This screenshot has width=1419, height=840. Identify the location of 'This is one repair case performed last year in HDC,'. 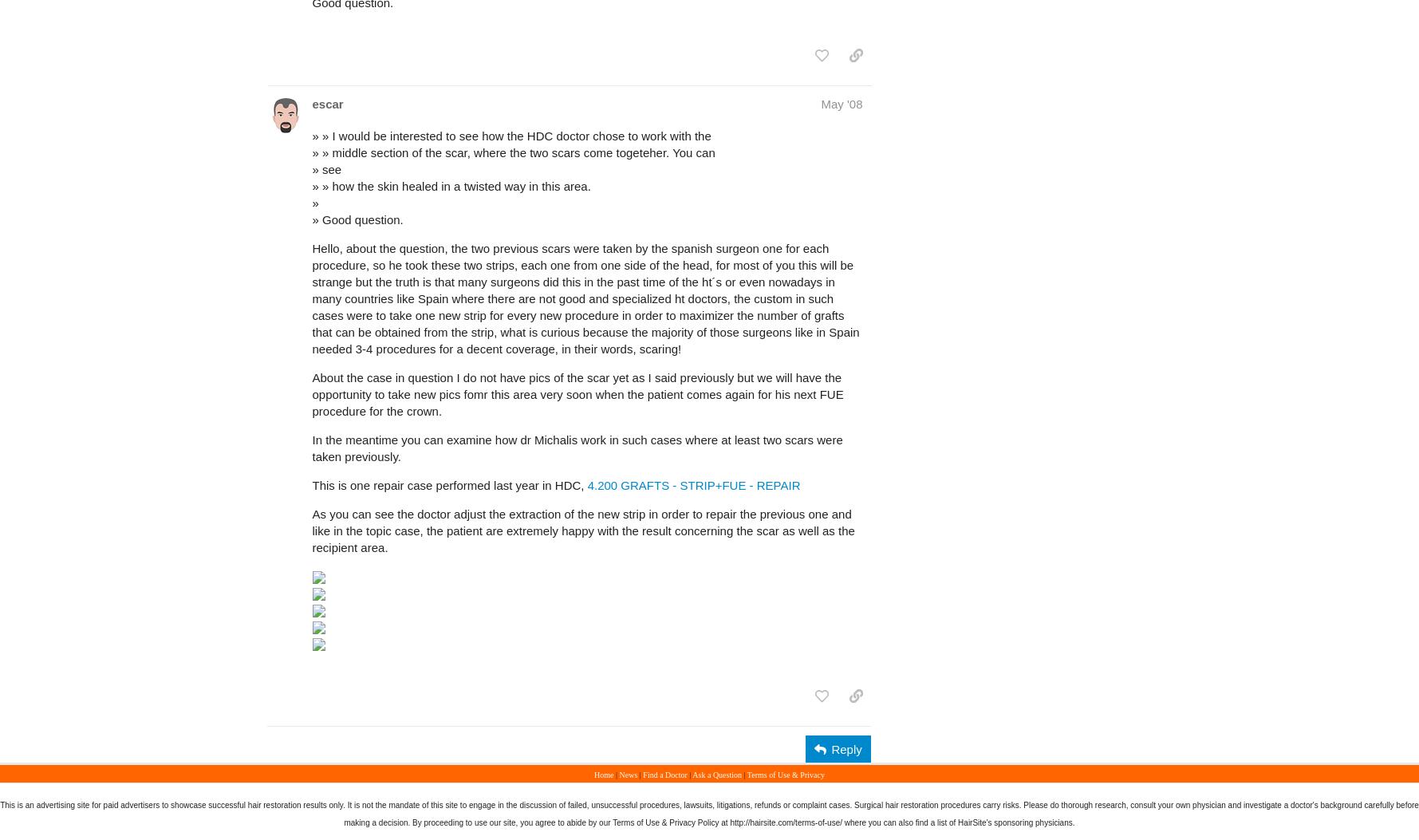
(449, 485).